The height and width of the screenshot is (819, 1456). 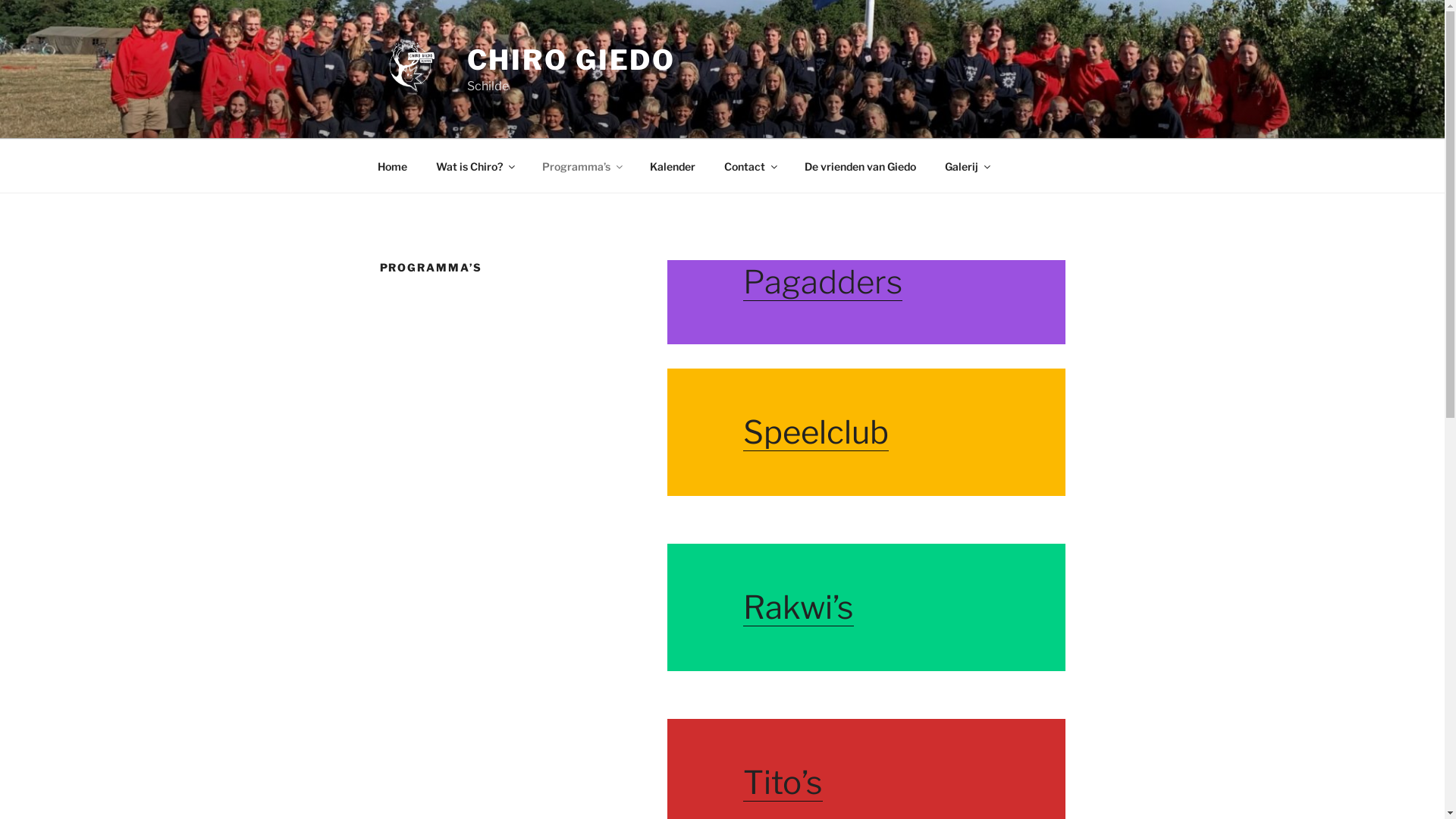 I want to click on 'Home', so click(x=364, y=165).